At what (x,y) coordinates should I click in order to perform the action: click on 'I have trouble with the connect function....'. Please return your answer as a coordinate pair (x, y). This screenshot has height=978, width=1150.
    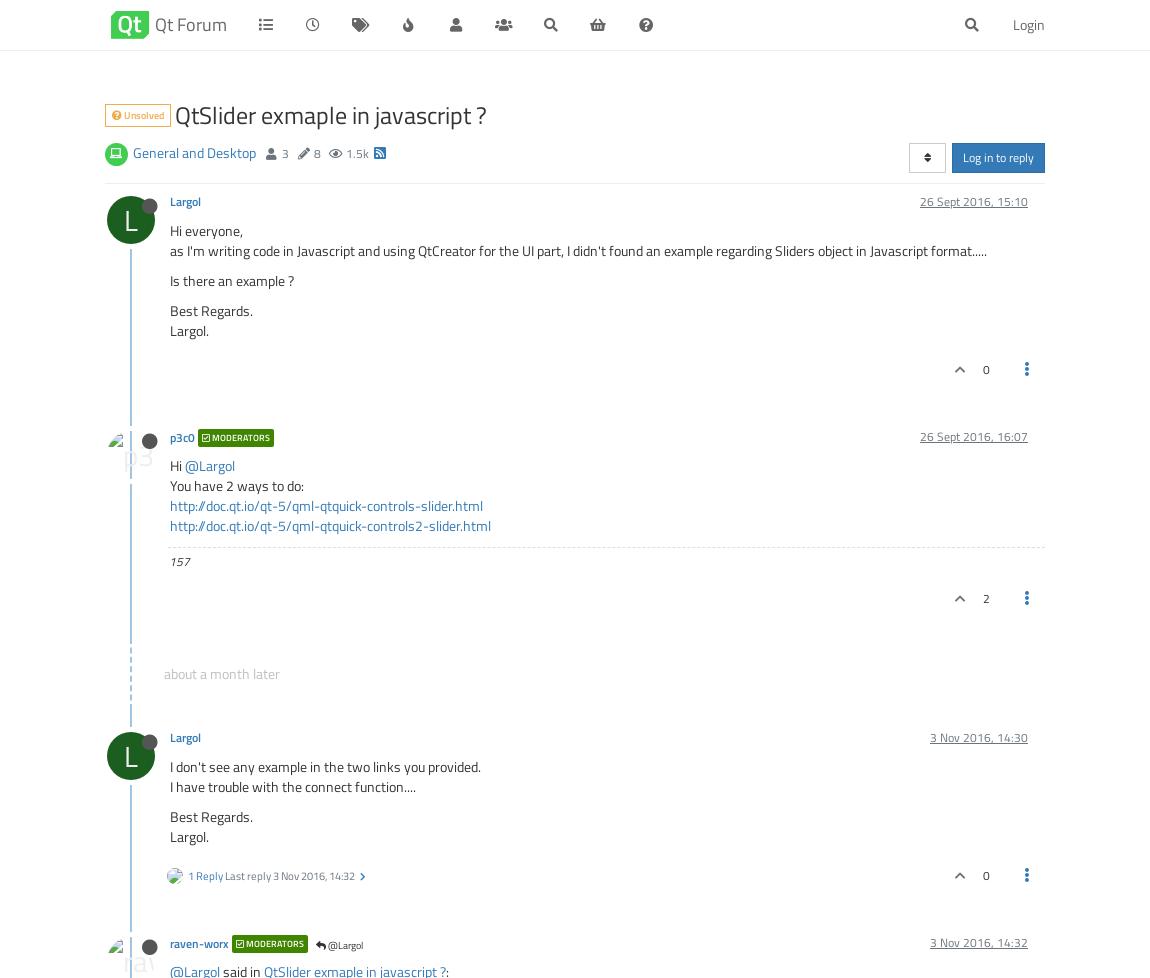
    Looking at the image, I should click on (293, 785).